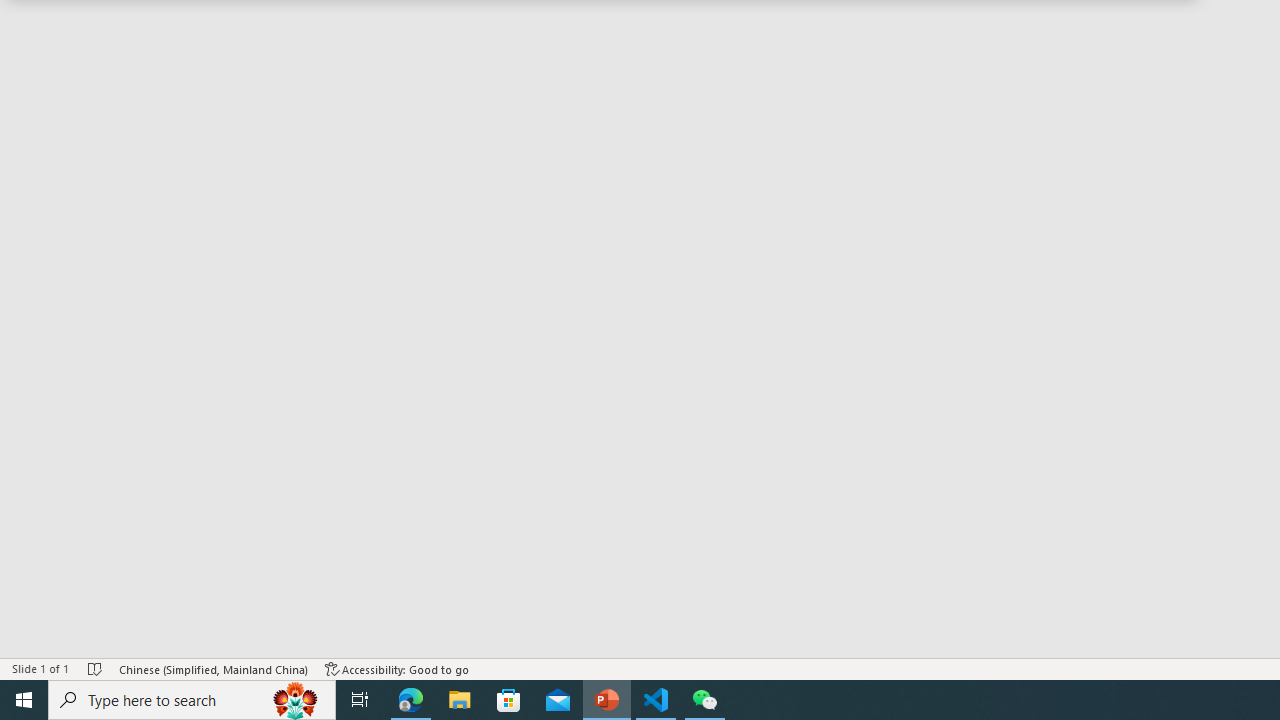  Describe the element at coordinates (95, 669) in the screenshot. I see `'Spell Check No Errors'` at that location.